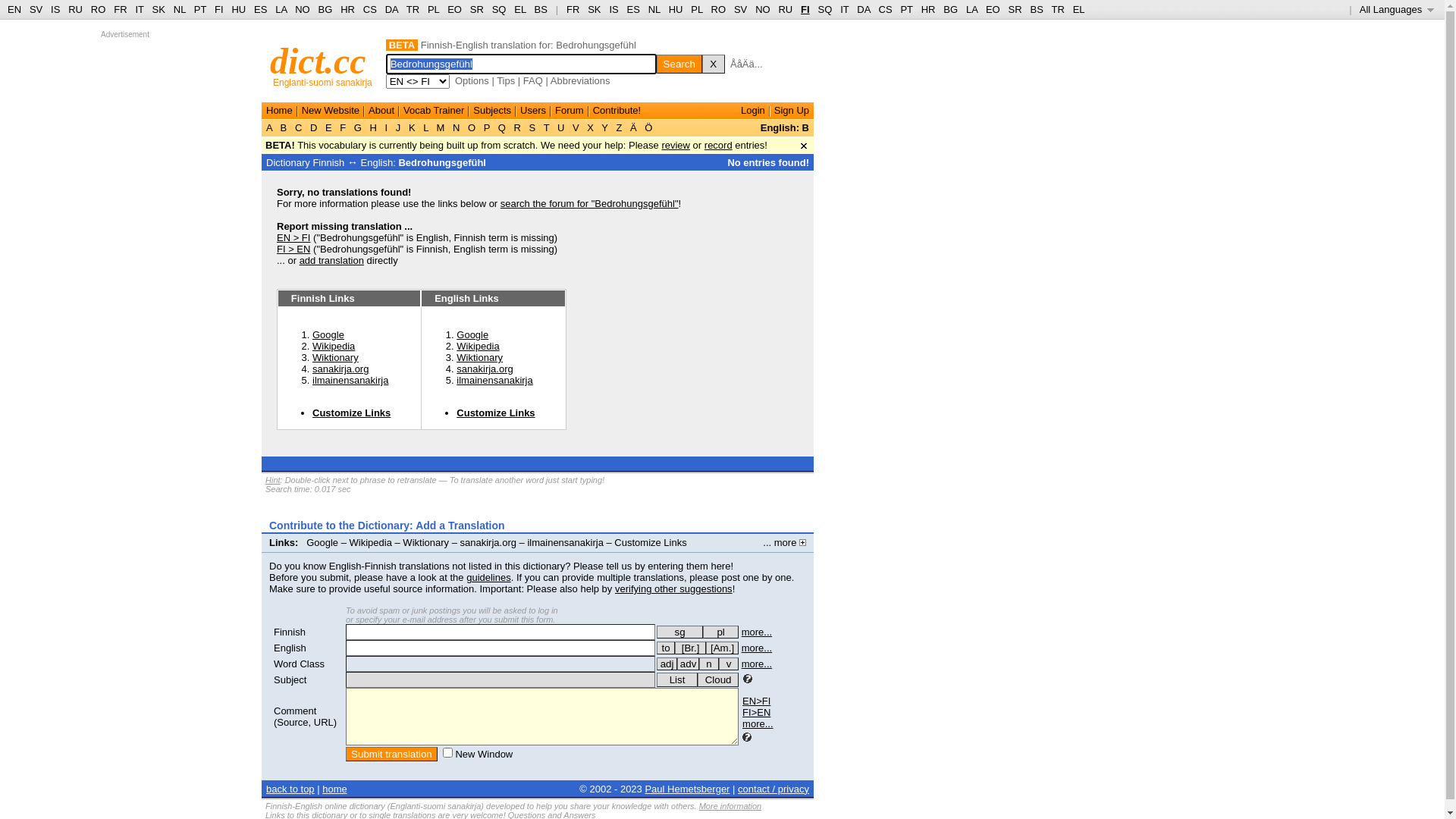  What do you see at coordinates (579, 80) in the screenshot?
I see `'Abbreviations'` at bounding box center [579, 80].